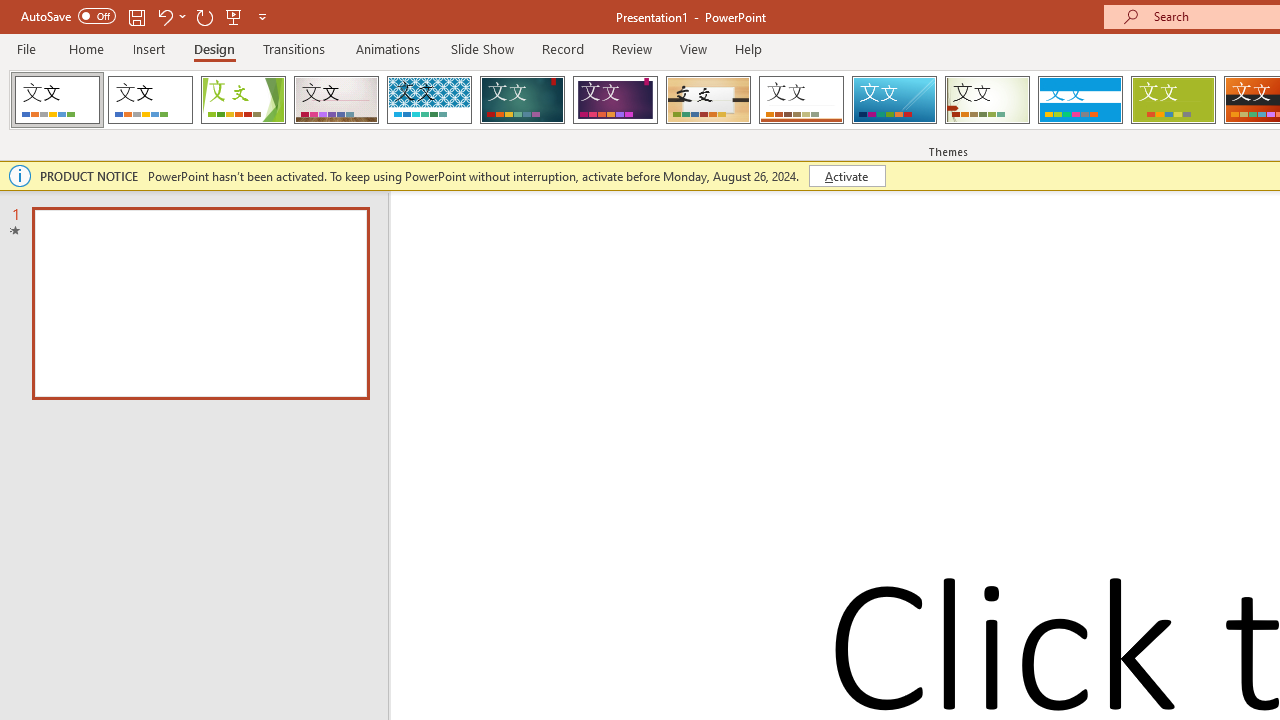 Image resolution: width=1280 pixels, height=720 pixels. Describe the element at coordinates (708, 100) in the screenshot. I see `'Organic'` at that location.